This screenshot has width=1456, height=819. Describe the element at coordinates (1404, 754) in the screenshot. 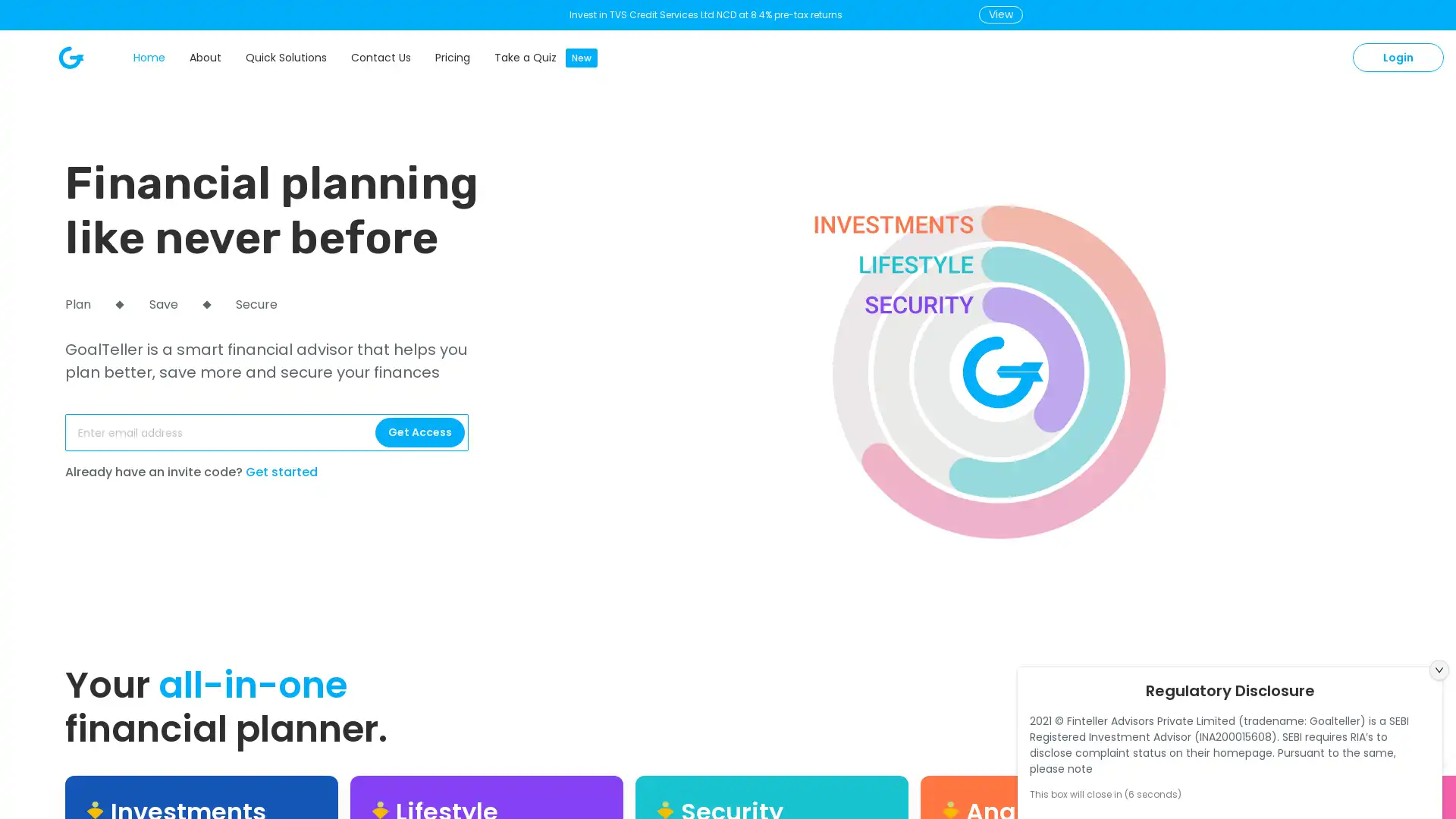

I see `Previous slide` at that location.